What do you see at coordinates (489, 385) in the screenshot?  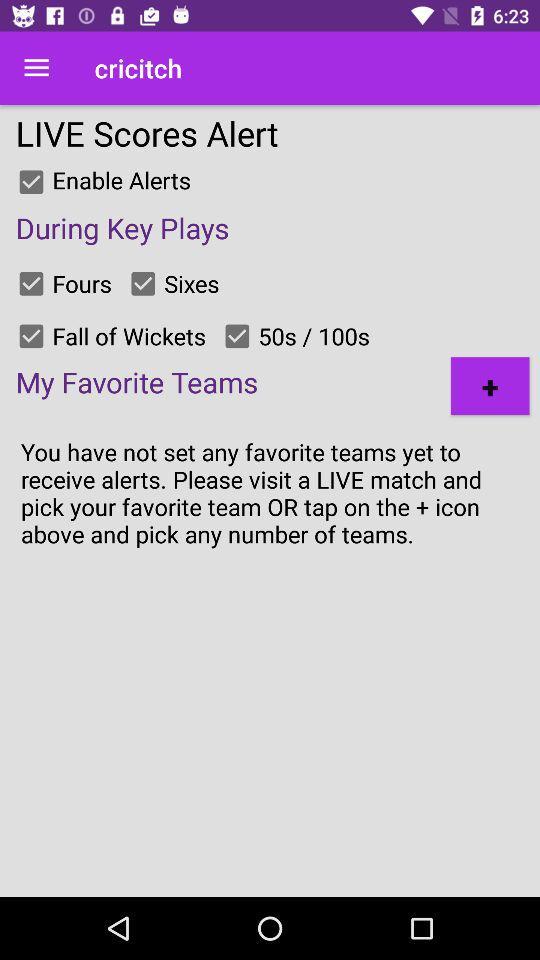 I see `icon above you have not` at bounding box center [489, 385].